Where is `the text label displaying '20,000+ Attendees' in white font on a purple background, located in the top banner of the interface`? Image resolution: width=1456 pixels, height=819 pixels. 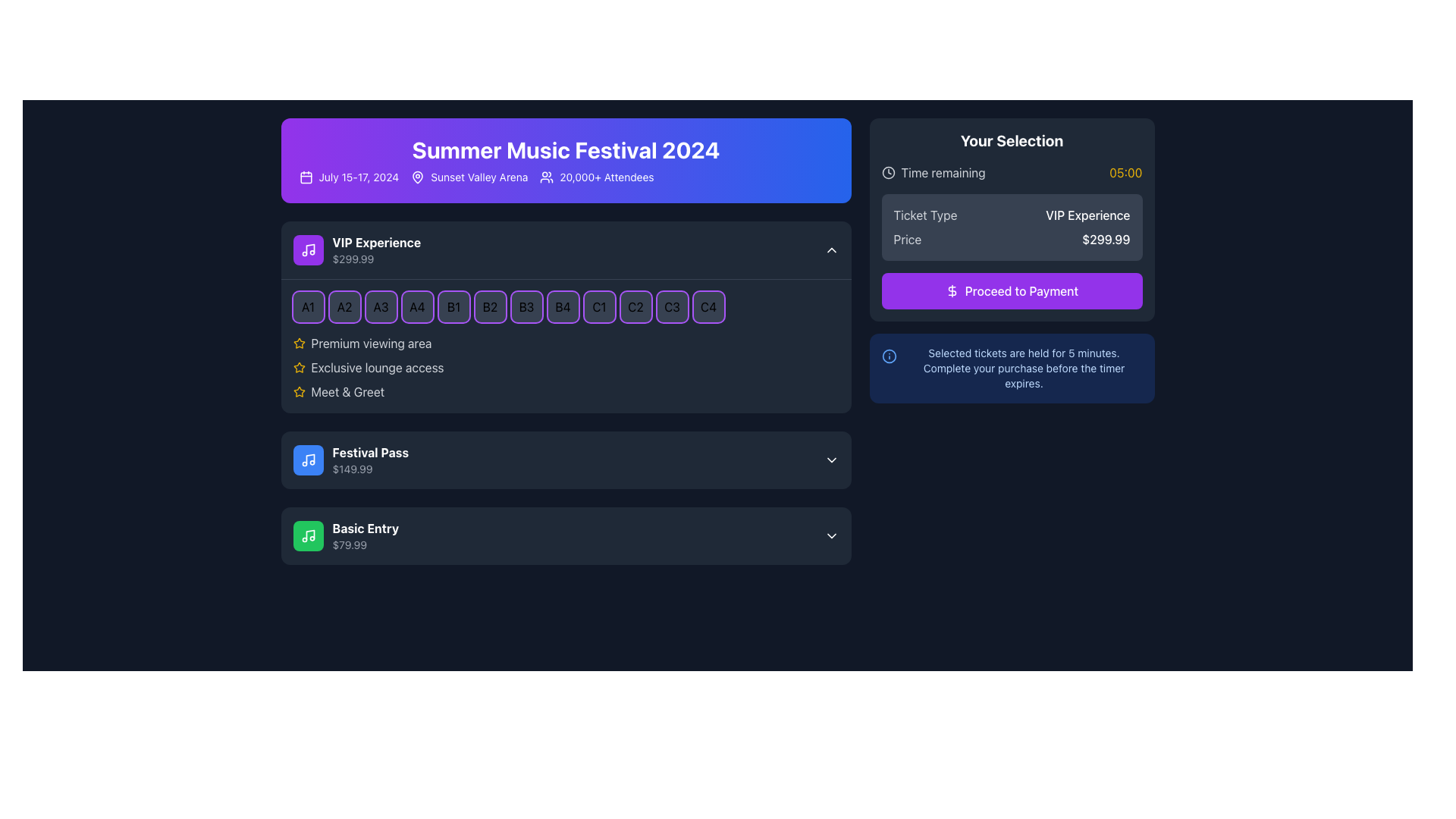 the text label displaying '20,000+ Attendees' in white font on a purple background, located in the top banner of the interface is located at coordinates (607, 177).